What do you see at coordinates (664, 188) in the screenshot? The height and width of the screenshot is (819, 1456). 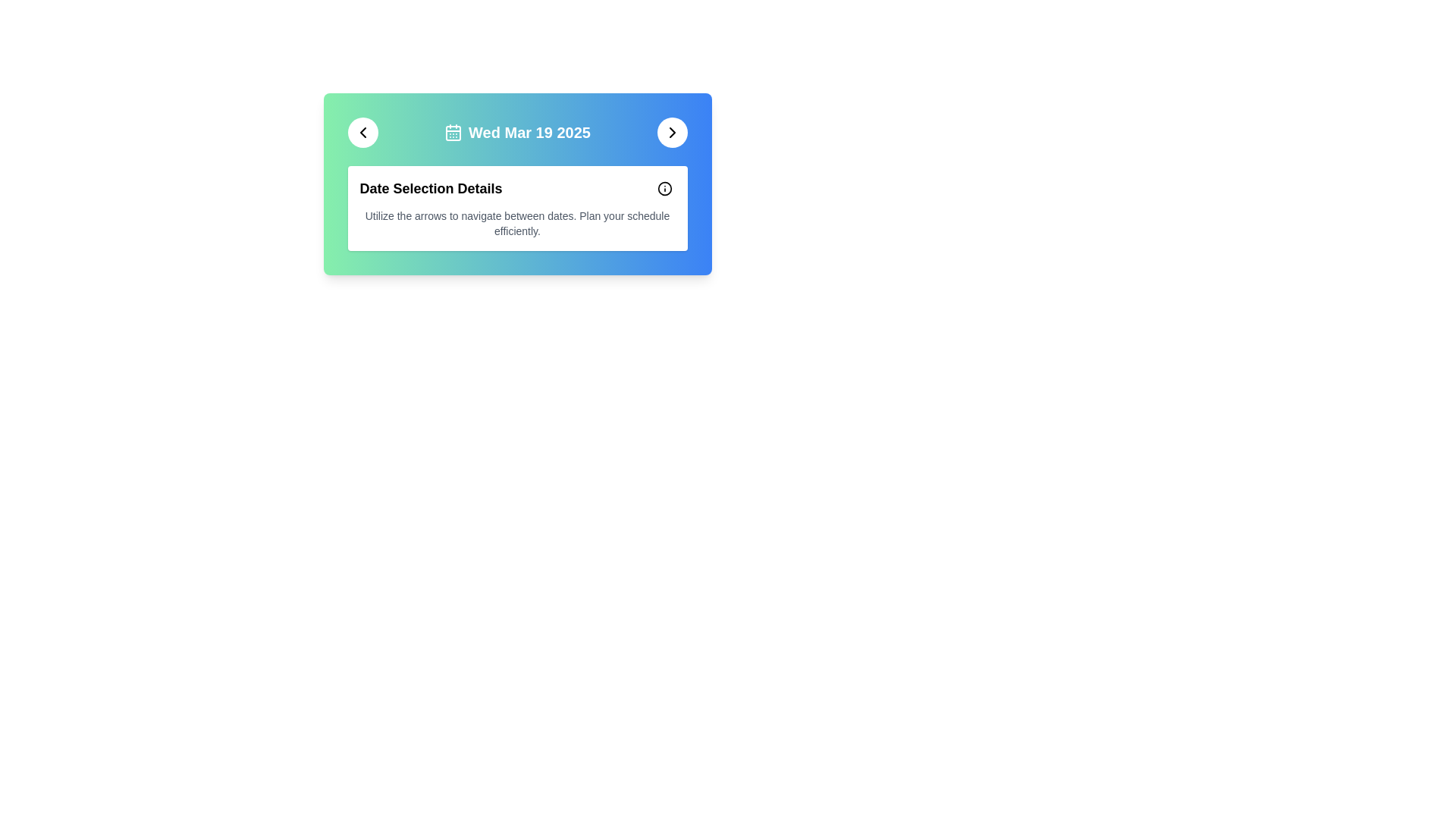 I see `the circular part of the 'info' icon located in the upper-right corner of the content box to invoke related actions` at bounding box center [664, 188].